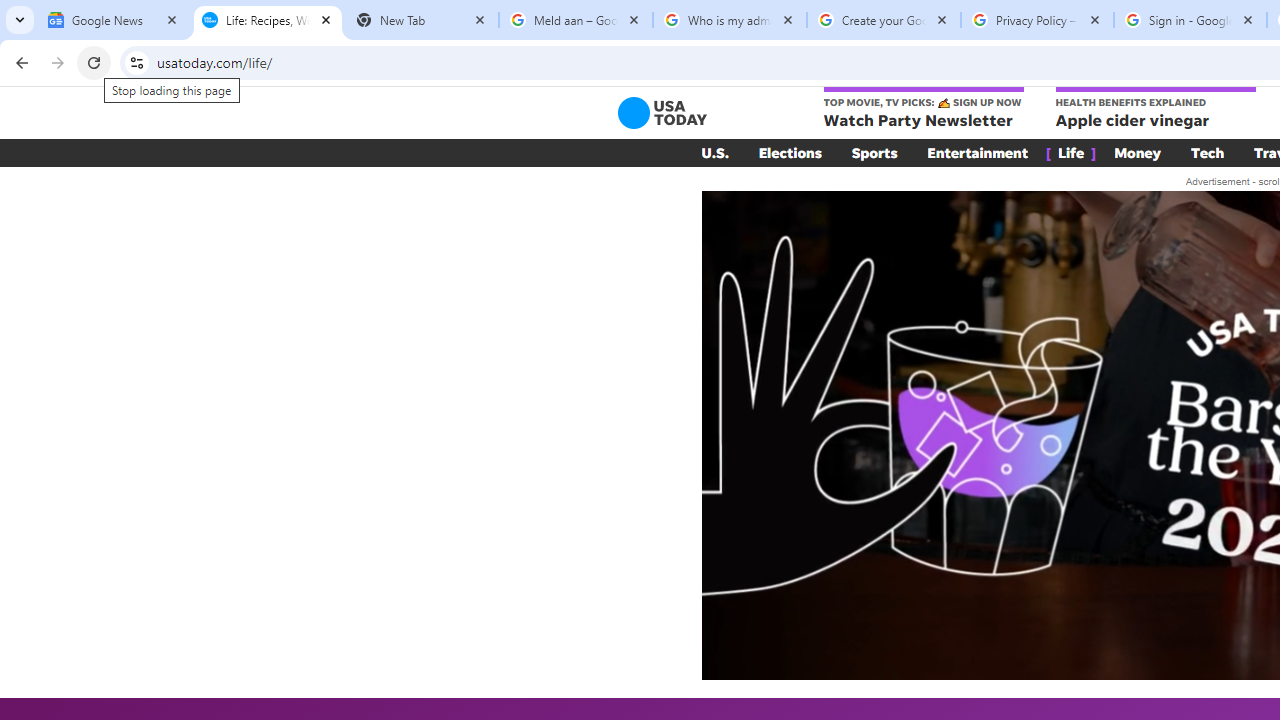 This screenshot has height=720, width=1280. I want to click on 'Sports', so click(874, 152).